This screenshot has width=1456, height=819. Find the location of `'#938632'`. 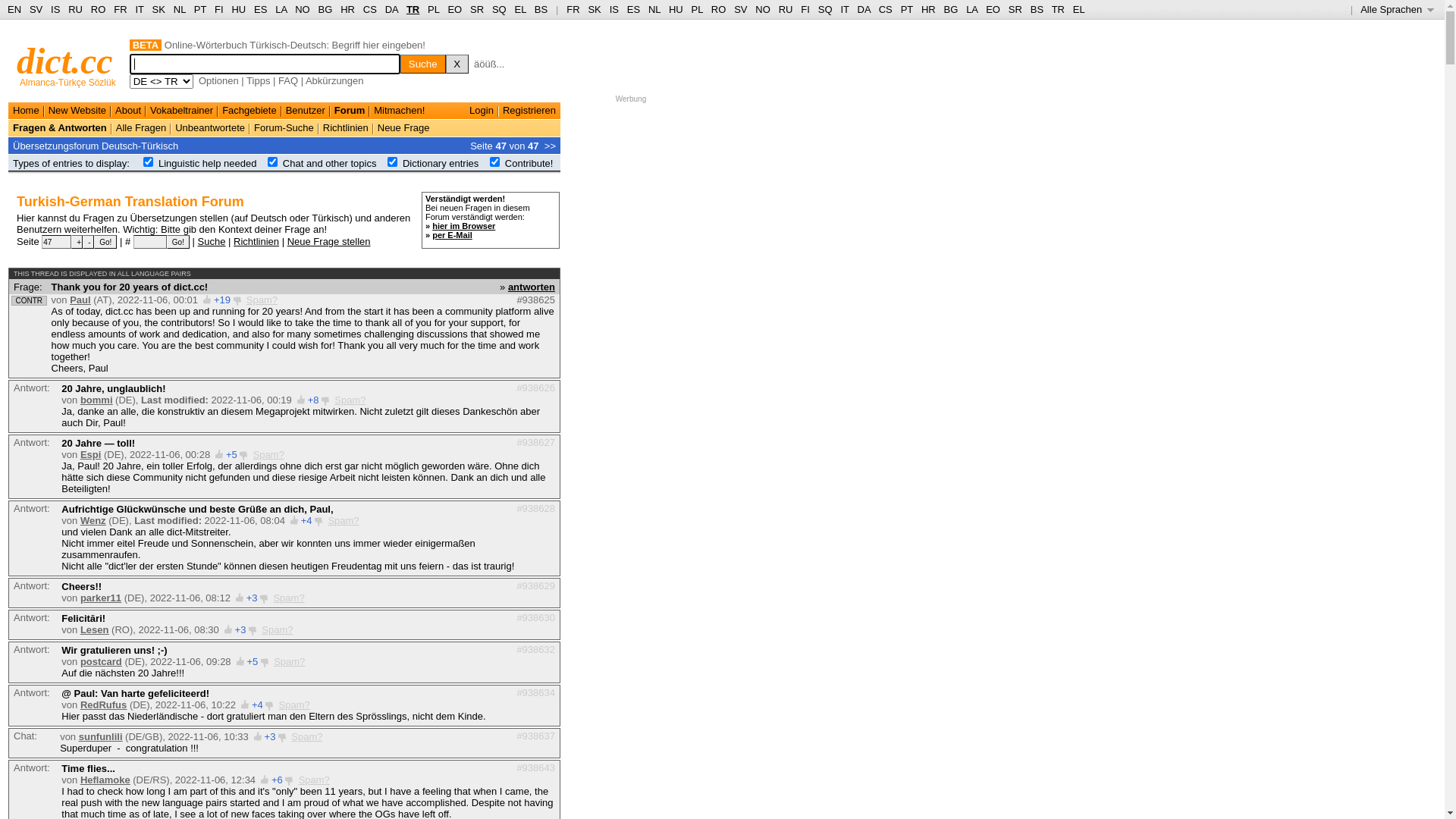

'#938632' is located at coordinates (535, 648).